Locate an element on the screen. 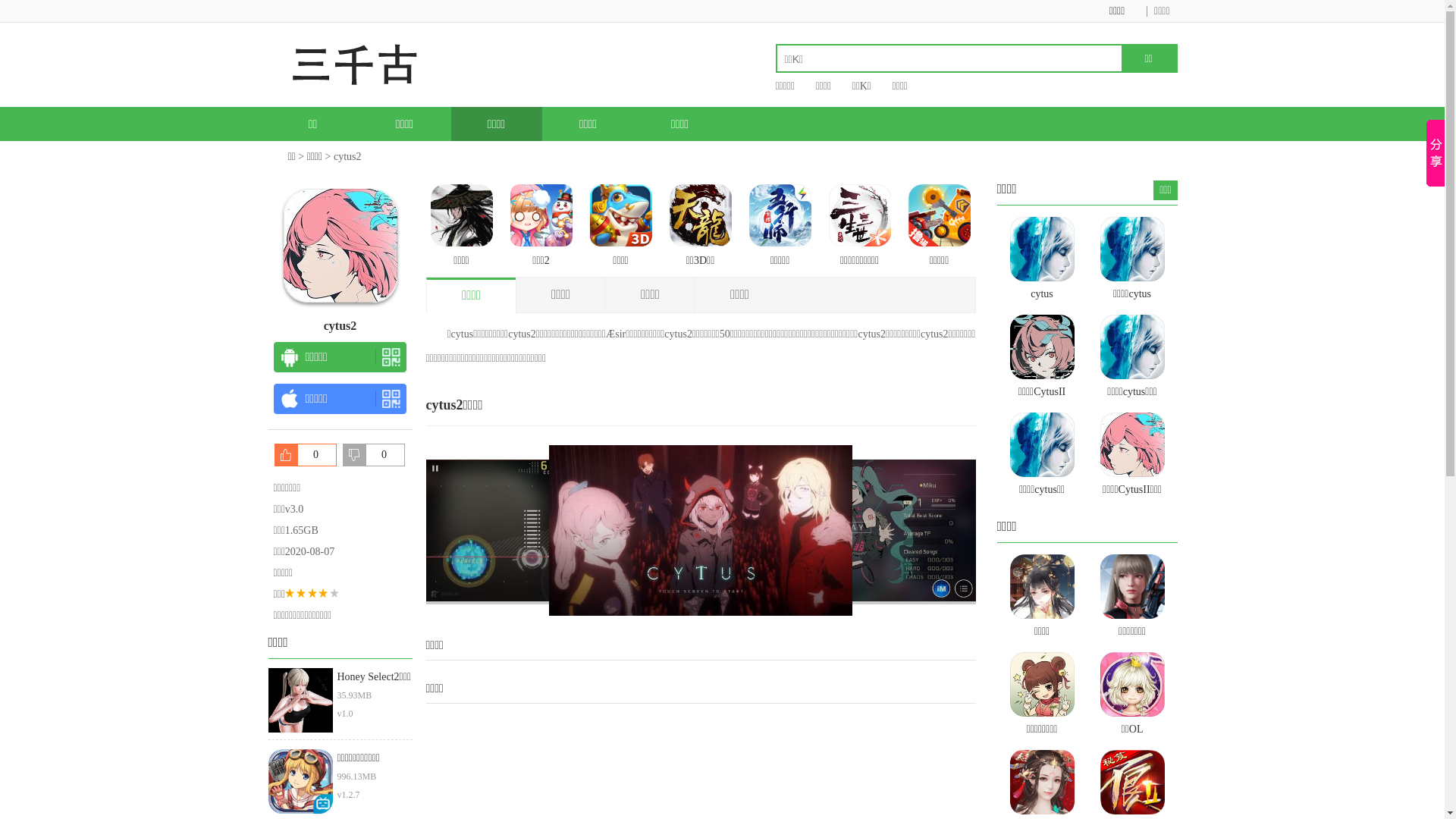 The width and height of the screenshot is (1456, 819). '0' is located at coordinates (305, 454).